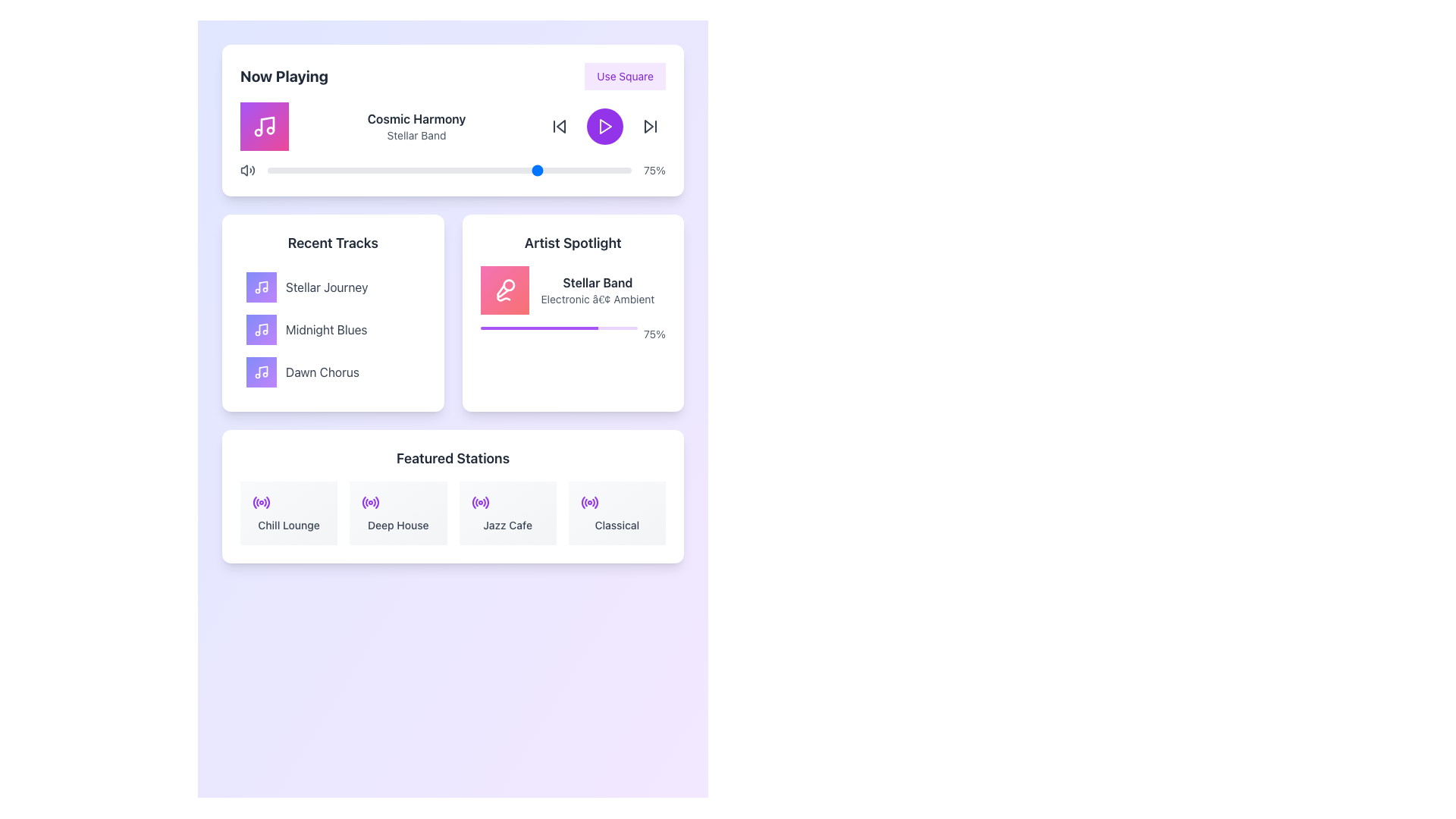 The width and height of the screenshot is (1456, 819). I want to click on the text label that reads 'Stellar Band', which is styled in light gray and is positioned directly below the 'Cosmic Harmony' label in the 'Now Playing' section, so click(416, 134).